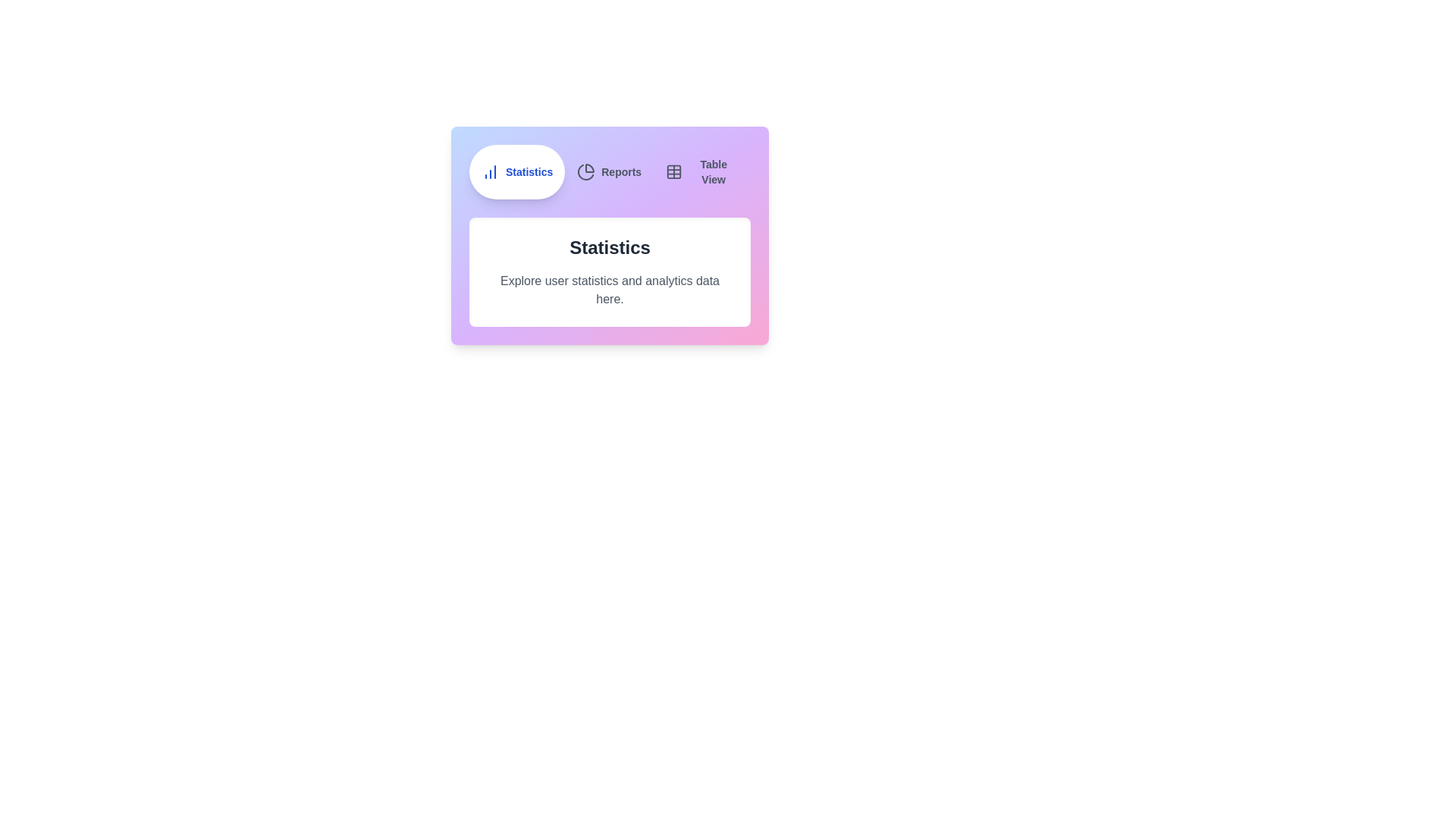  I want to click on the icon of the tab labeled Statistics, so click(491, 171).